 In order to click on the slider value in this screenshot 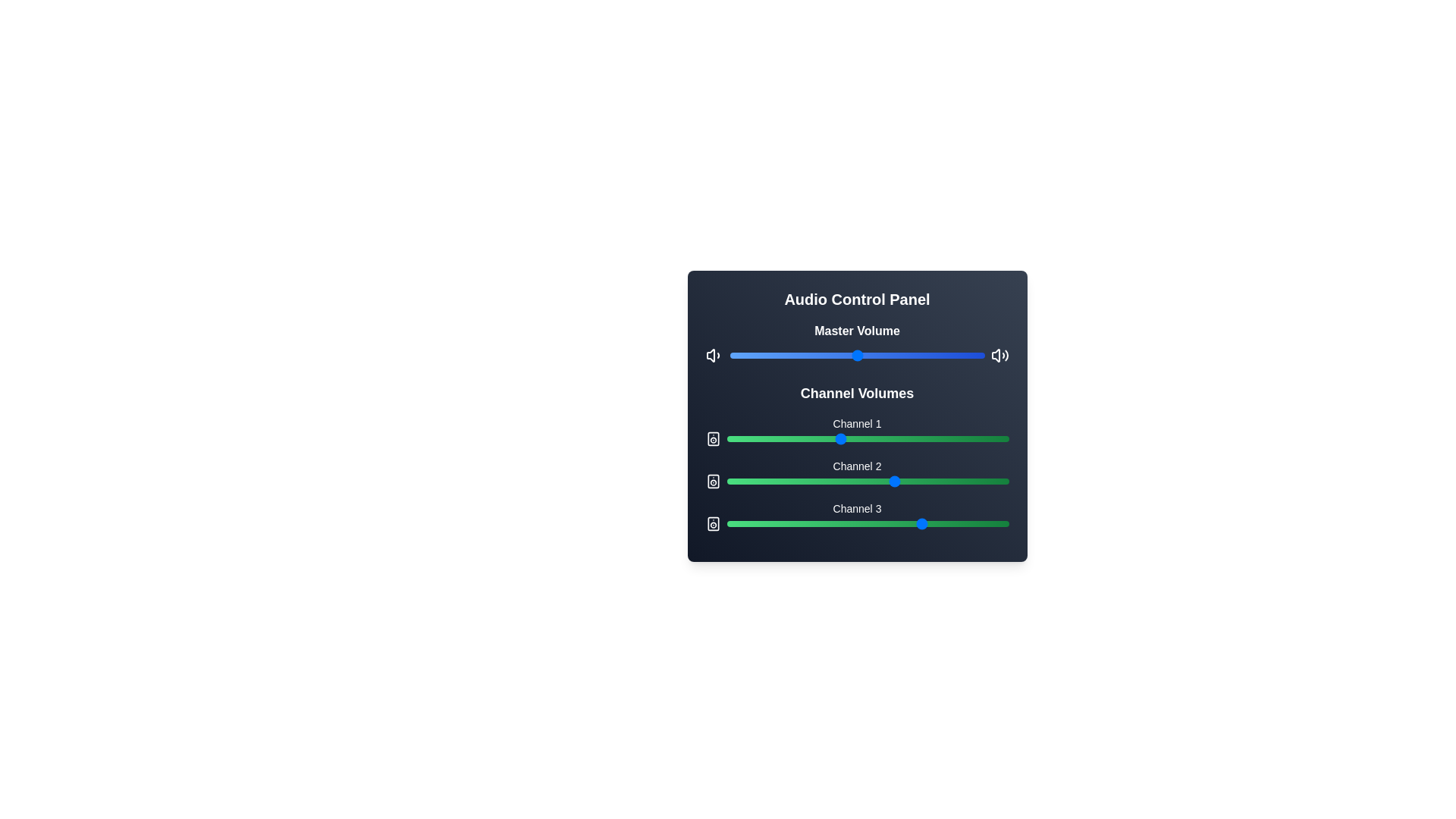, I will do `click(972, 482)`.